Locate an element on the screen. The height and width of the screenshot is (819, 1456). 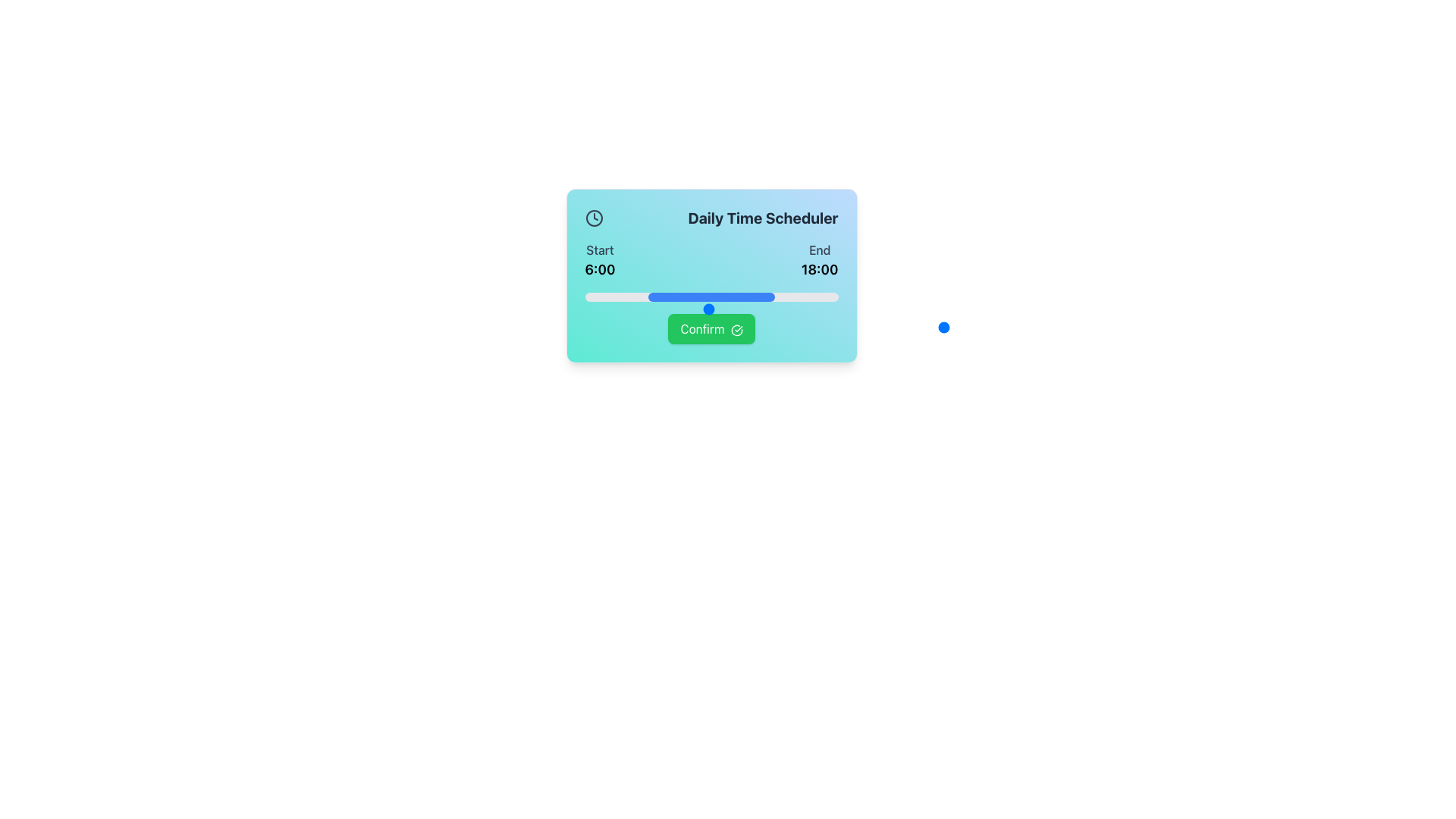
the range slider bar to set a value between 0 and 24, which is the second horizontal slider below the 'Confirm' button is located at coordinates (825, 327).